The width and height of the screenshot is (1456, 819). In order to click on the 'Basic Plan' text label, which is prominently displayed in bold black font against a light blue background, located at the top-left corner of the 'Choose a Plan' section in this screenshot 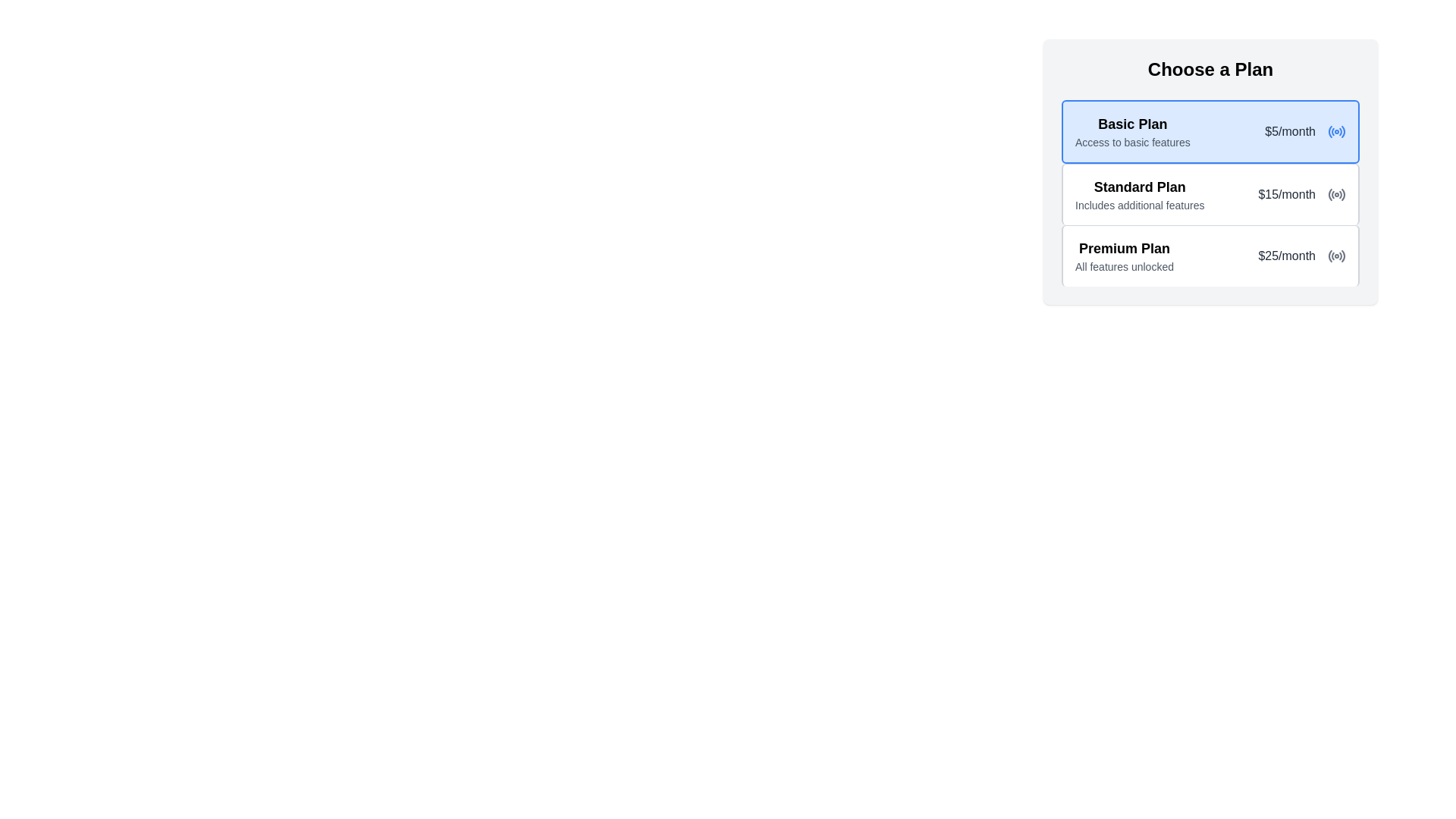, I will do `click(1132, 124)`.